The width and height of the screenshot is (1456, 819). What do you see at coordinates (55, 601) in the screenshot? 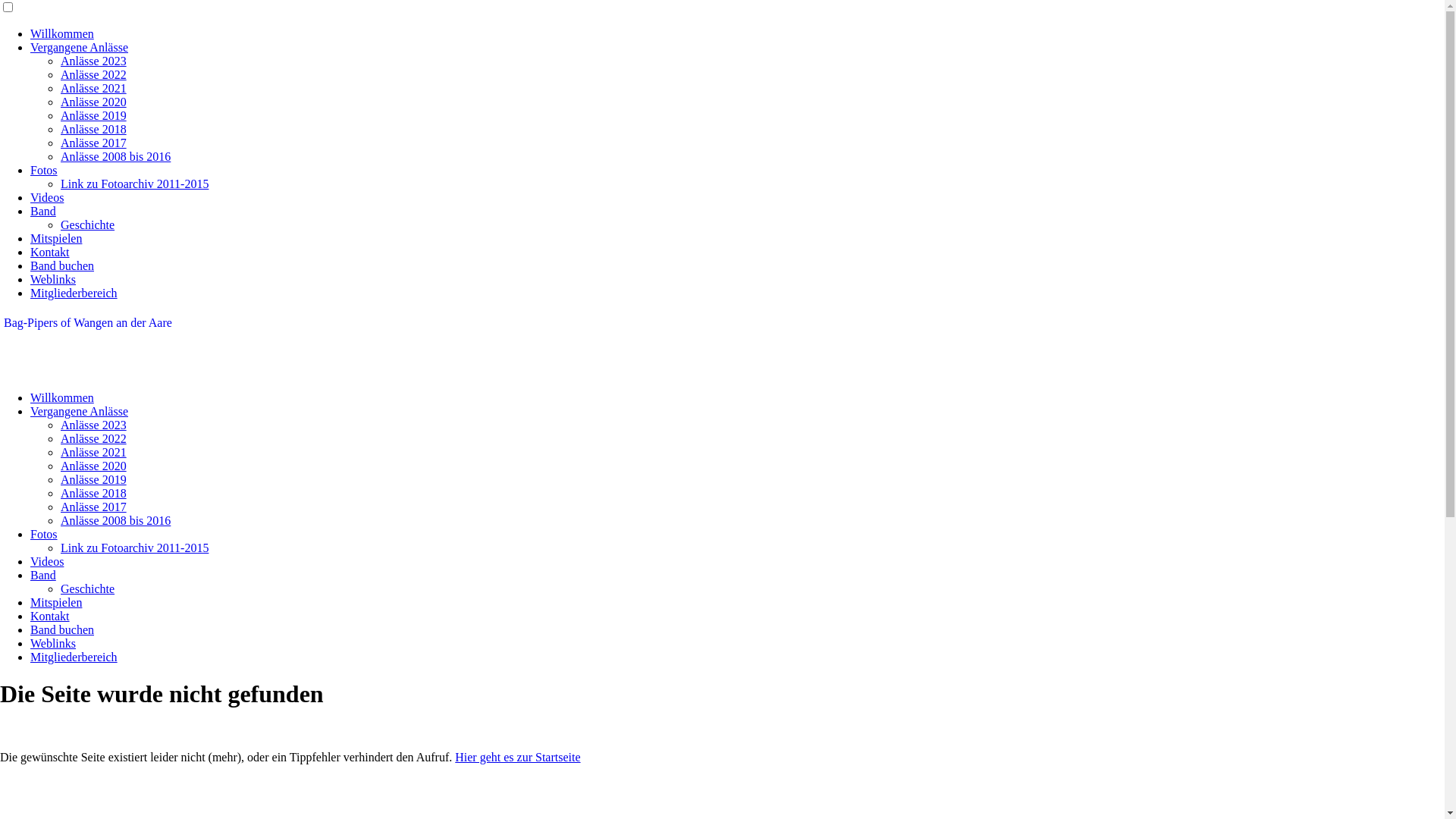
I see `'Mitspielen'` at bounding box center [55, 601].